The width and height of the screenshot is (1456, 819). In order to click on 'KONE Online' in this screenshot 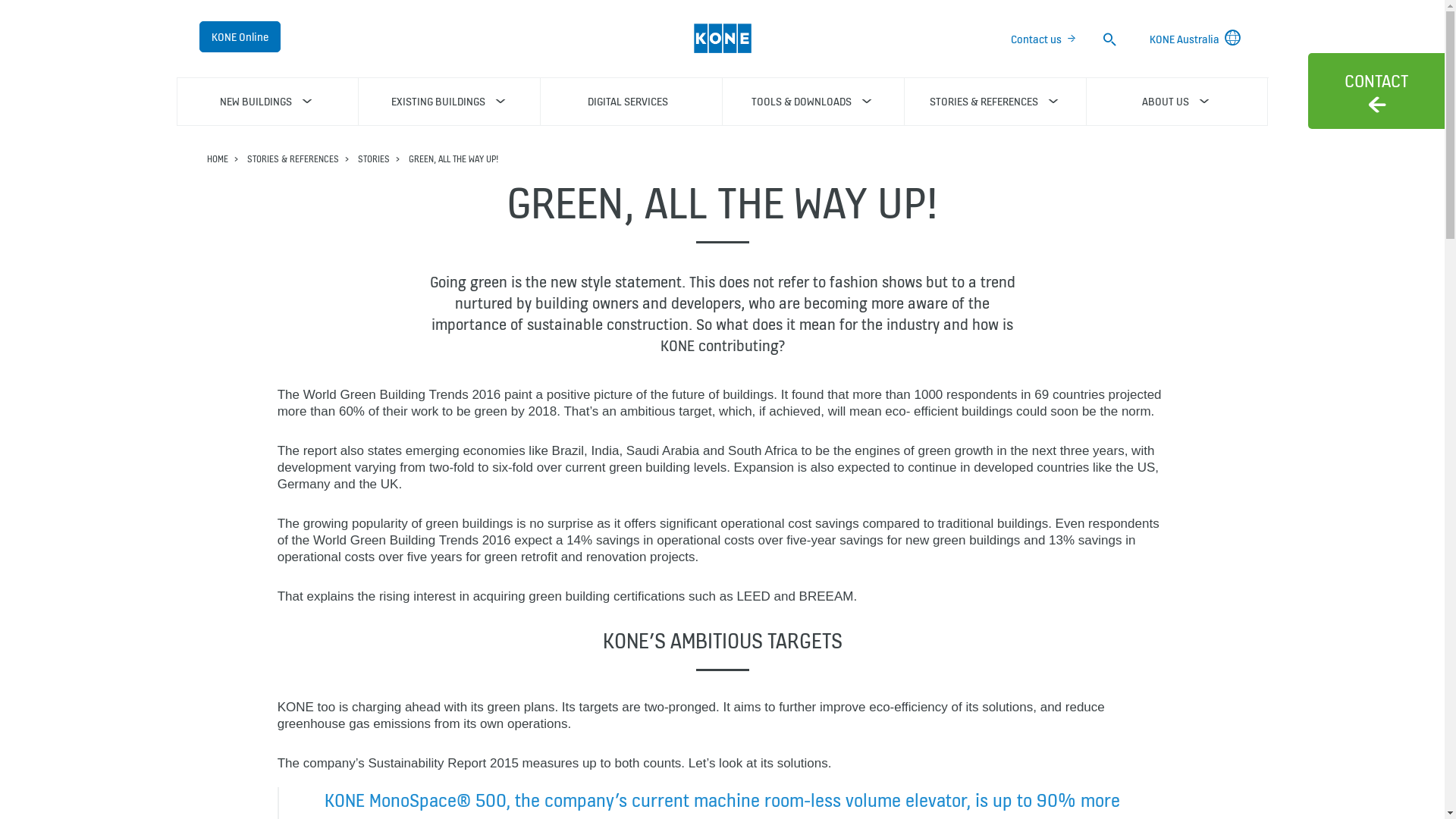, I will do `click(238, 36)`.